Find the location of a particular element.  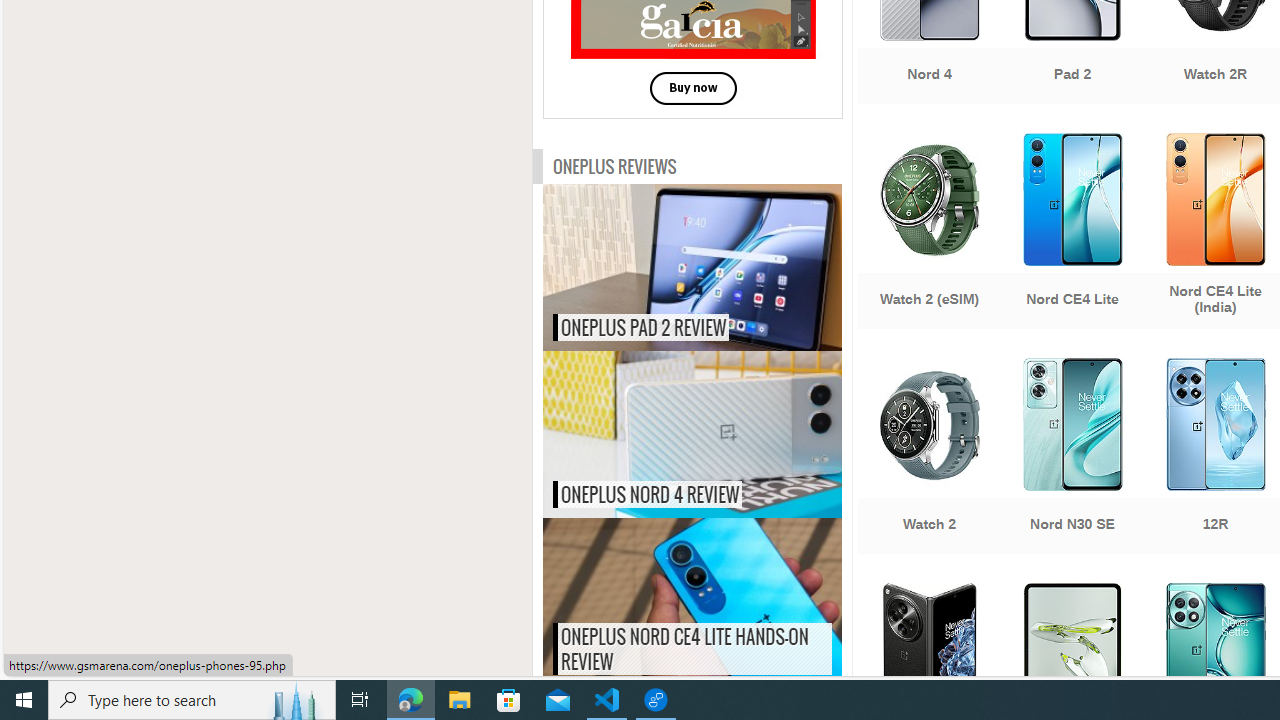

'OnePlus Pad 2 review ONEPLUS PAD 2 REVIEW' is located at coordinates (692, 266).